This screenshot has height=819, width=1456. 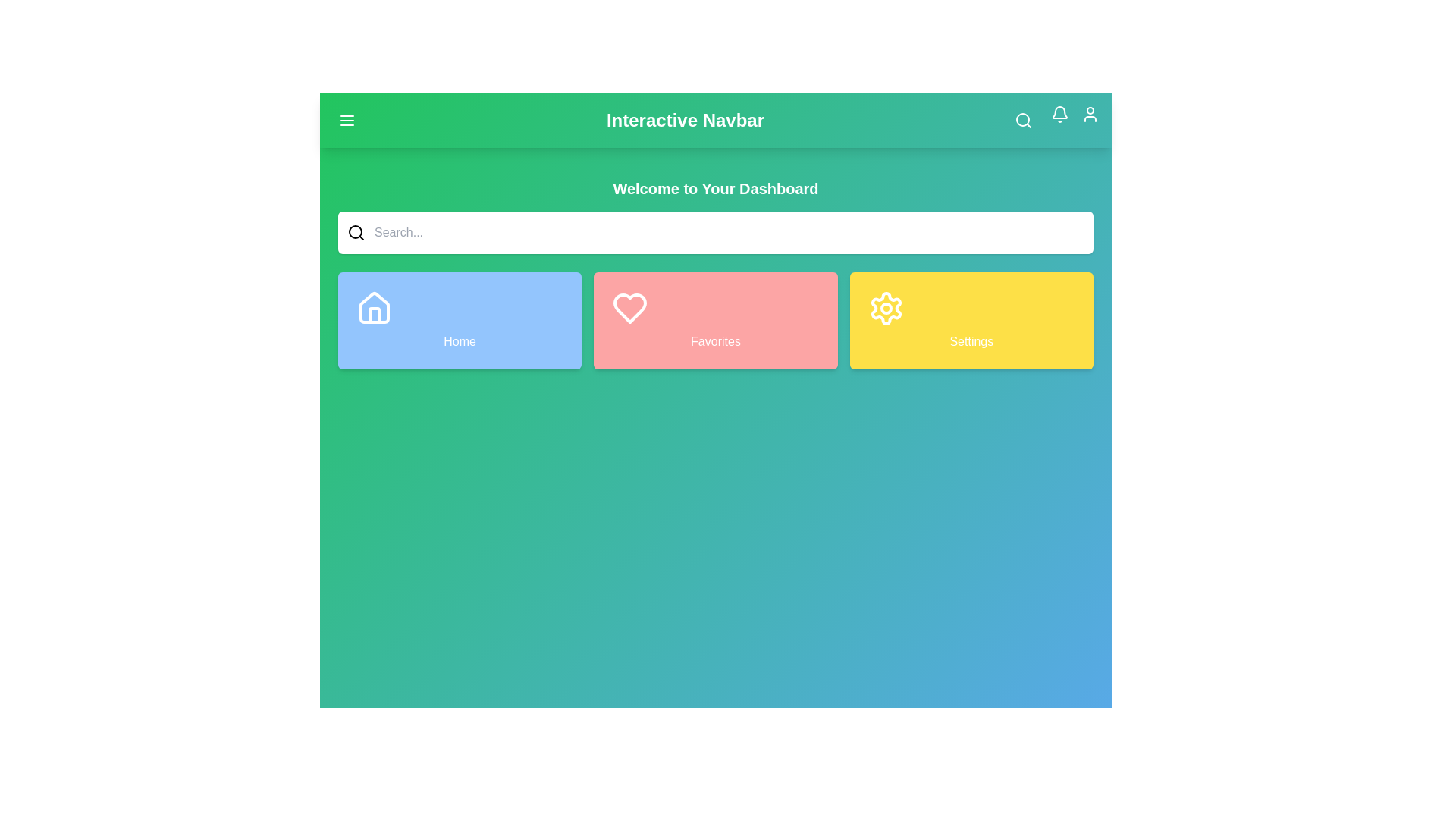 What do you see at coordinates (714, 320) in the screenshot?
I see `the Favorites card` at bounding box center [714, 320].